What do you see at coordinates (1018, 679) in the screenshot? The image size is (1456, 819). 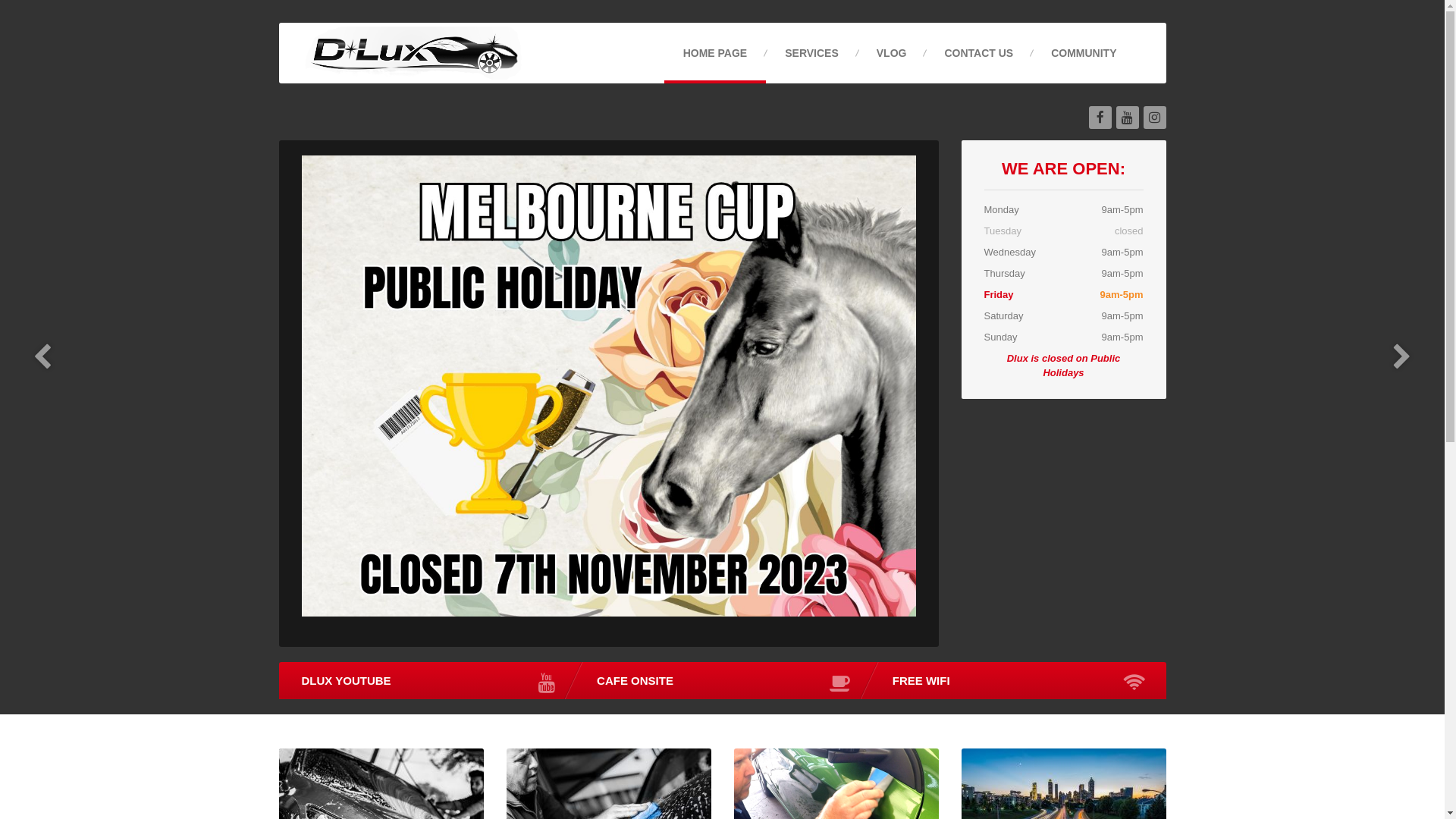 I see `'FREE WIFI'` at bounding box center [1018, 679].